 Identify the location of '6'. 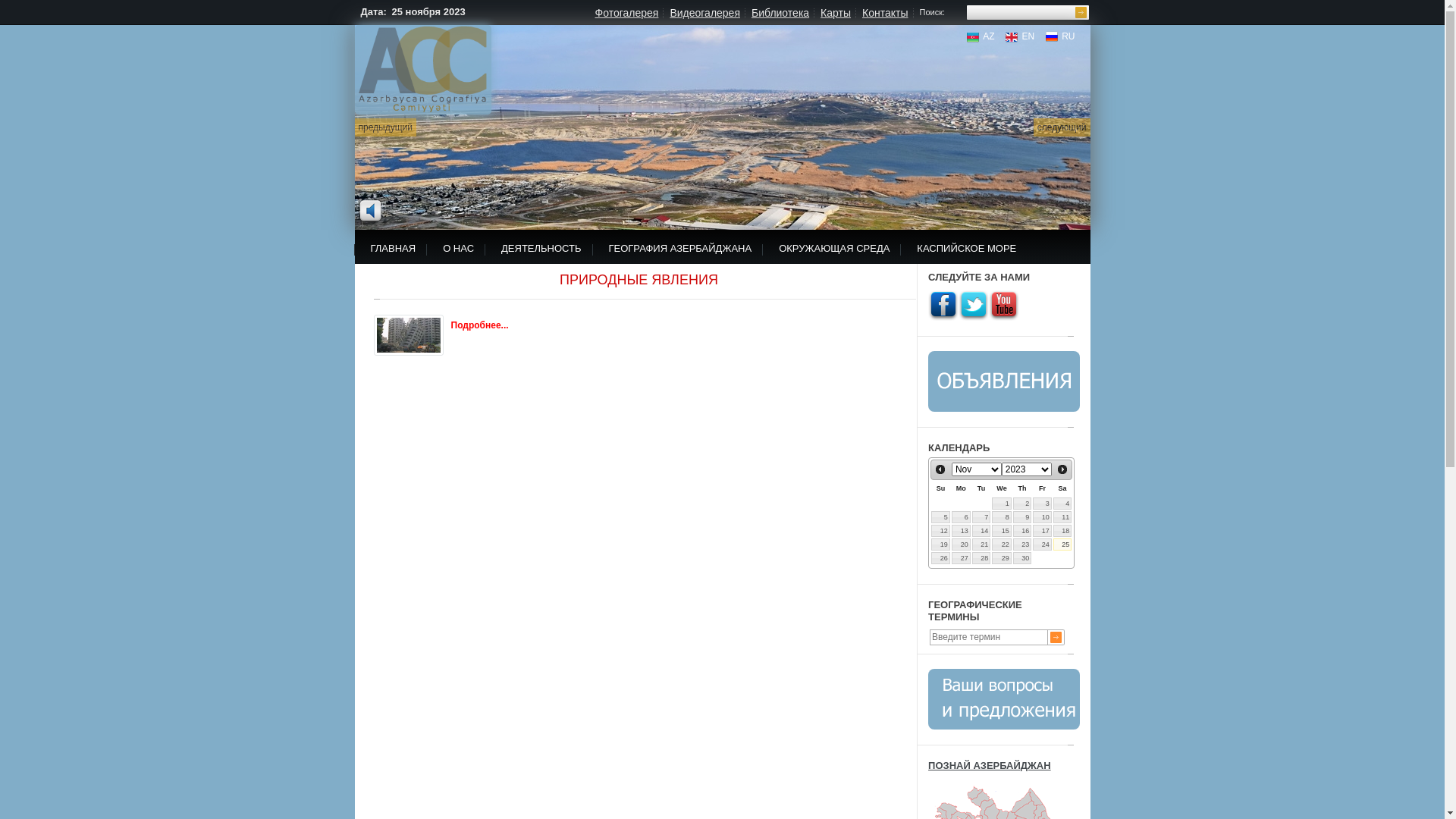
(960, 516).